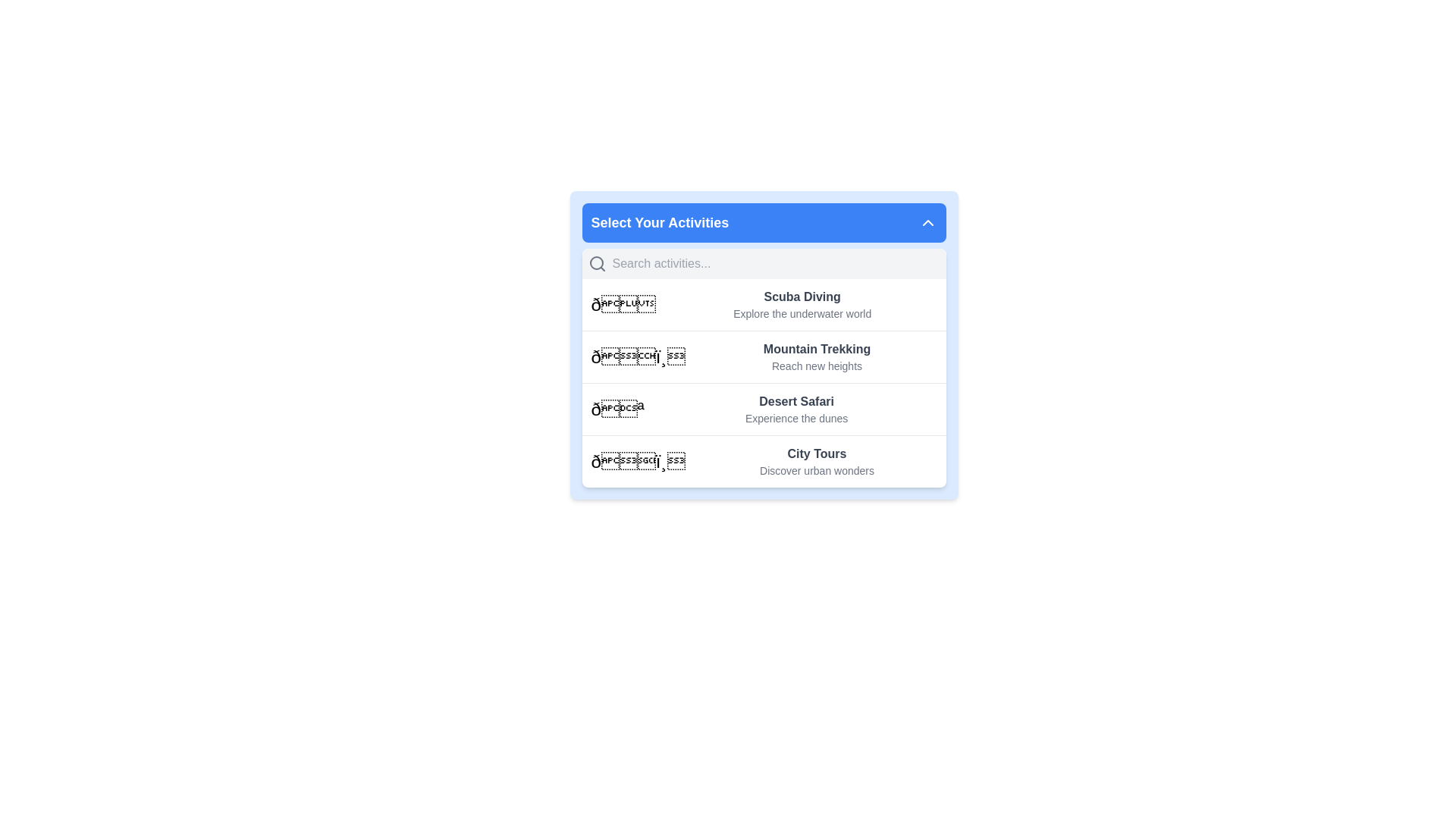  Describe the element at coordinates (816, 350) in the screenshot. I see `the text label that serves as the title of an activity option in the list, located under 'Select Your Activities', to trigger any related tooltip or style change` at that location.